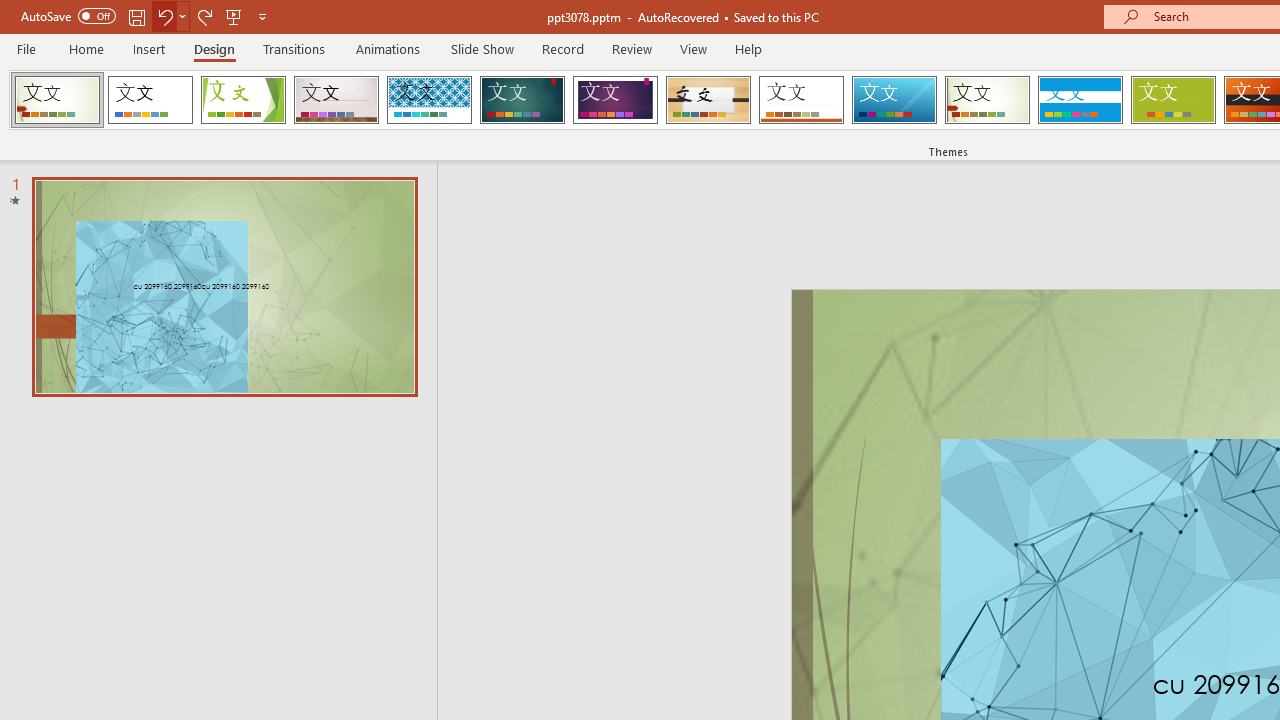  I want to click on 'Banded', so click(1079, 100).